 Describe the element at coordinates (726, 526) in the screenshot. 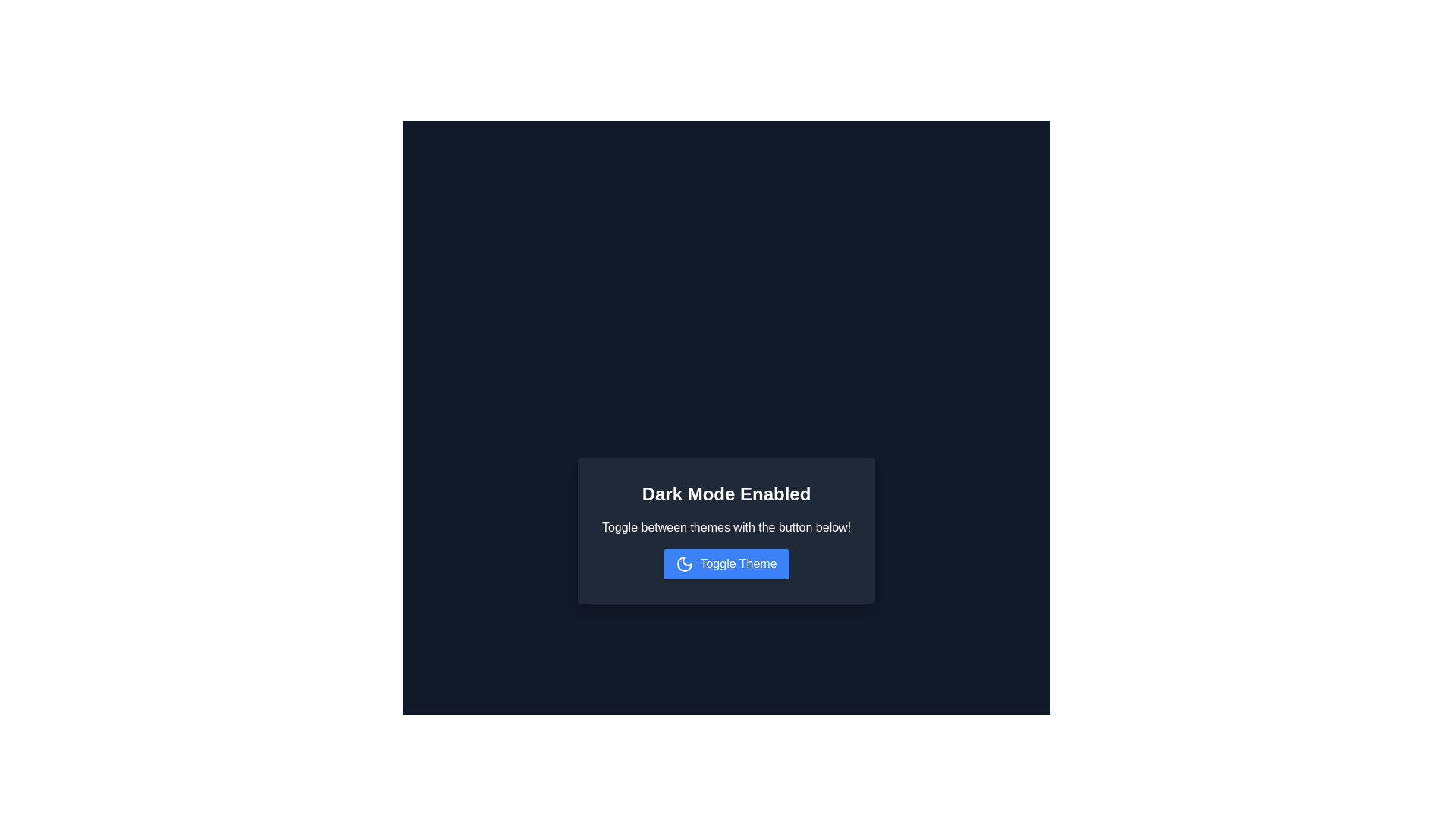

I see `the descriptive text element that reads 'Toggle between themes with the button below!', located below the heading 'Dark Mode Enabled'` at that location.